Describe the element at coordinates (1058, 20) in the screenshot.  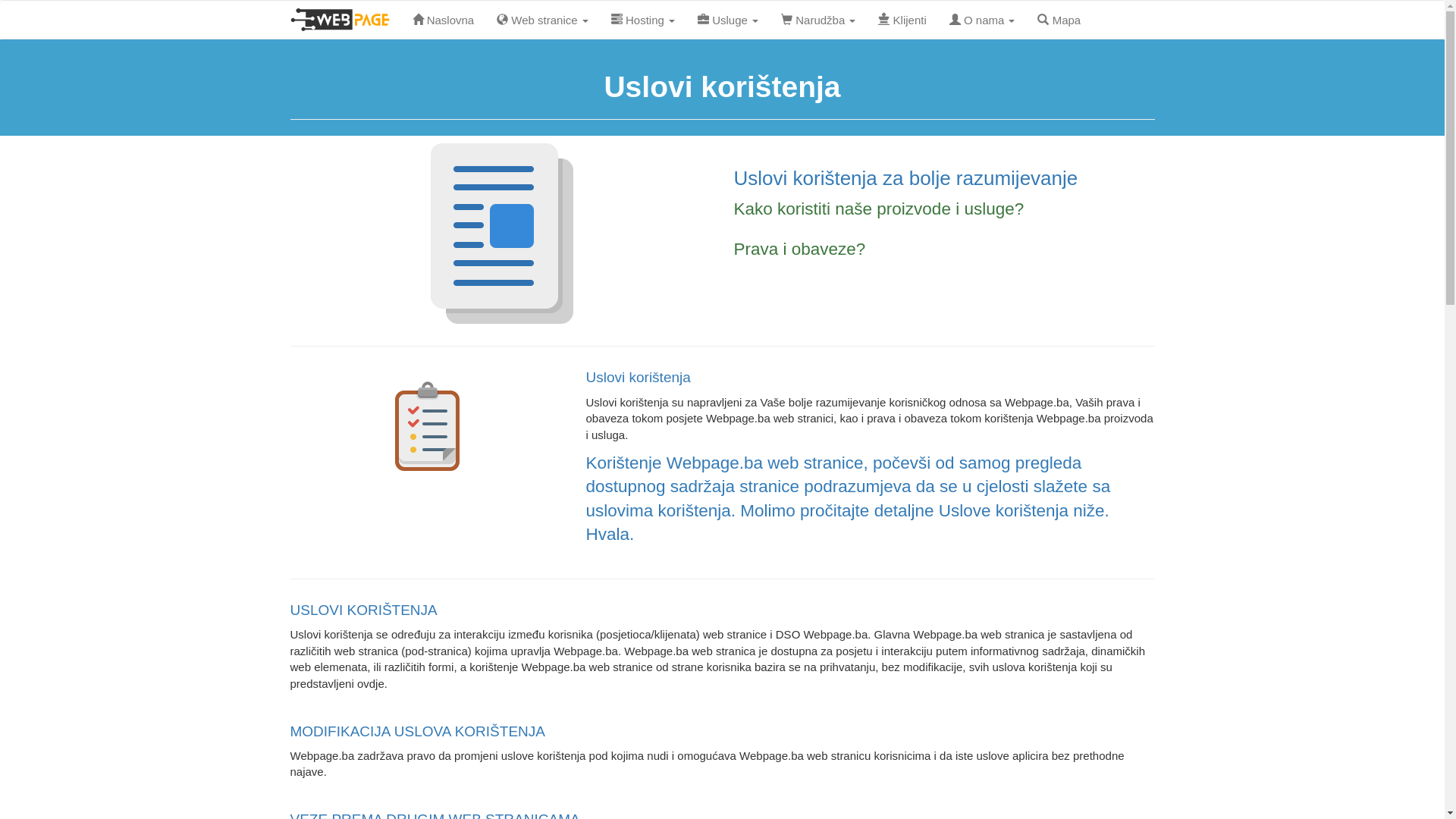
I see `'Mapa'` at that location.